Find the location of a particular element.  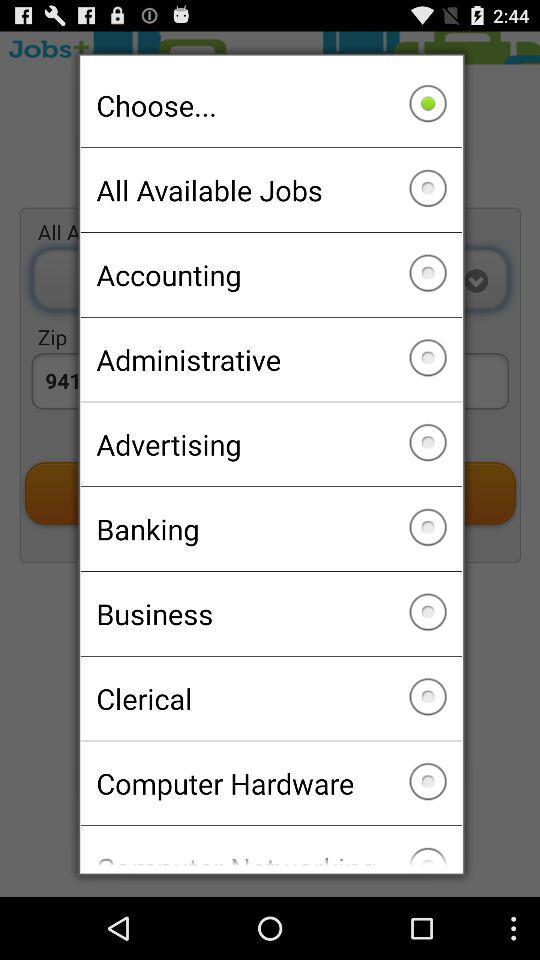

accounting checkbox is located at coordinates (270, 273).